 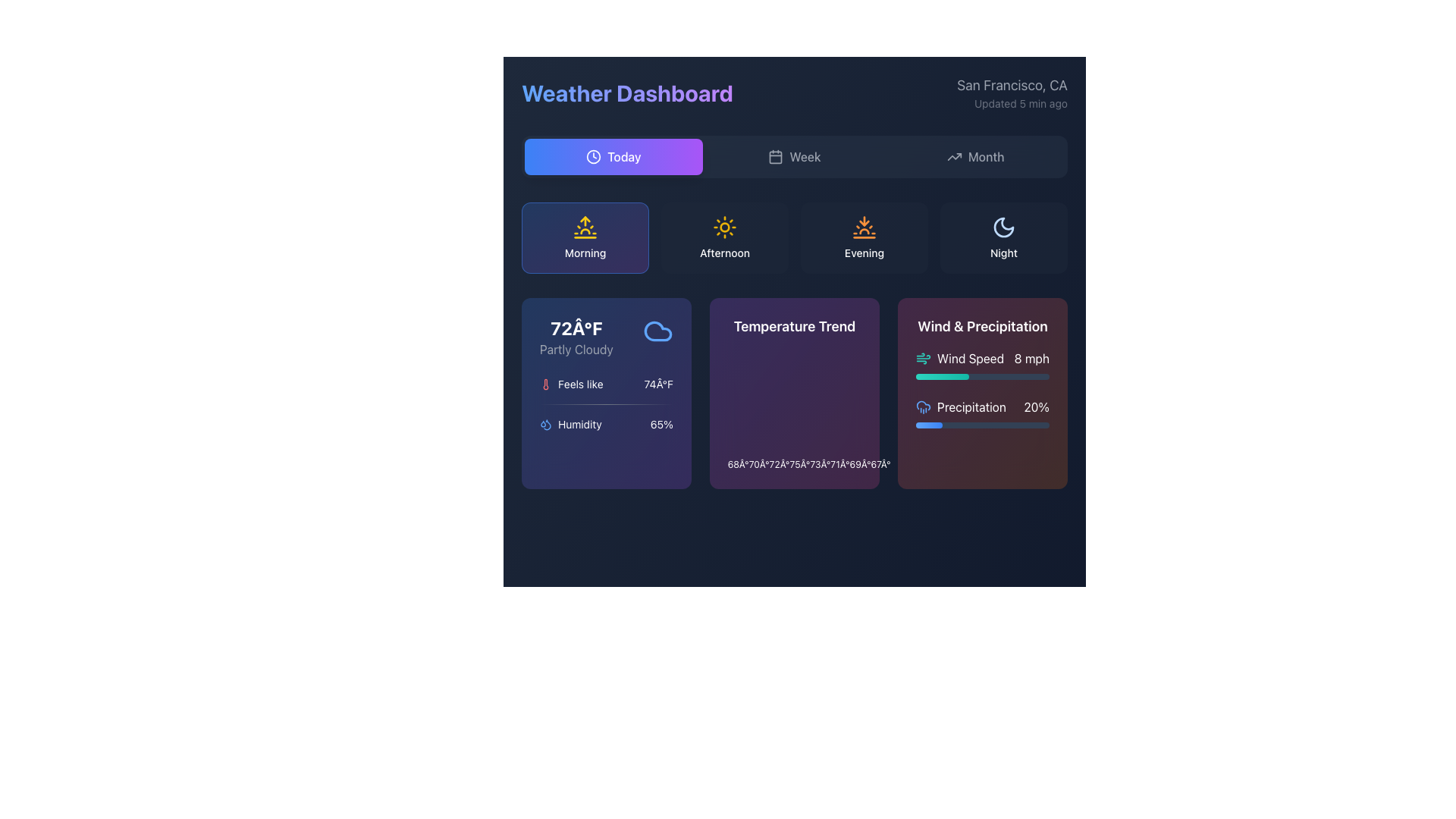 I want to click on the first graphical bar in the 'Temperature Trend' section that represents the value 68°, so click(x=739, y=461).